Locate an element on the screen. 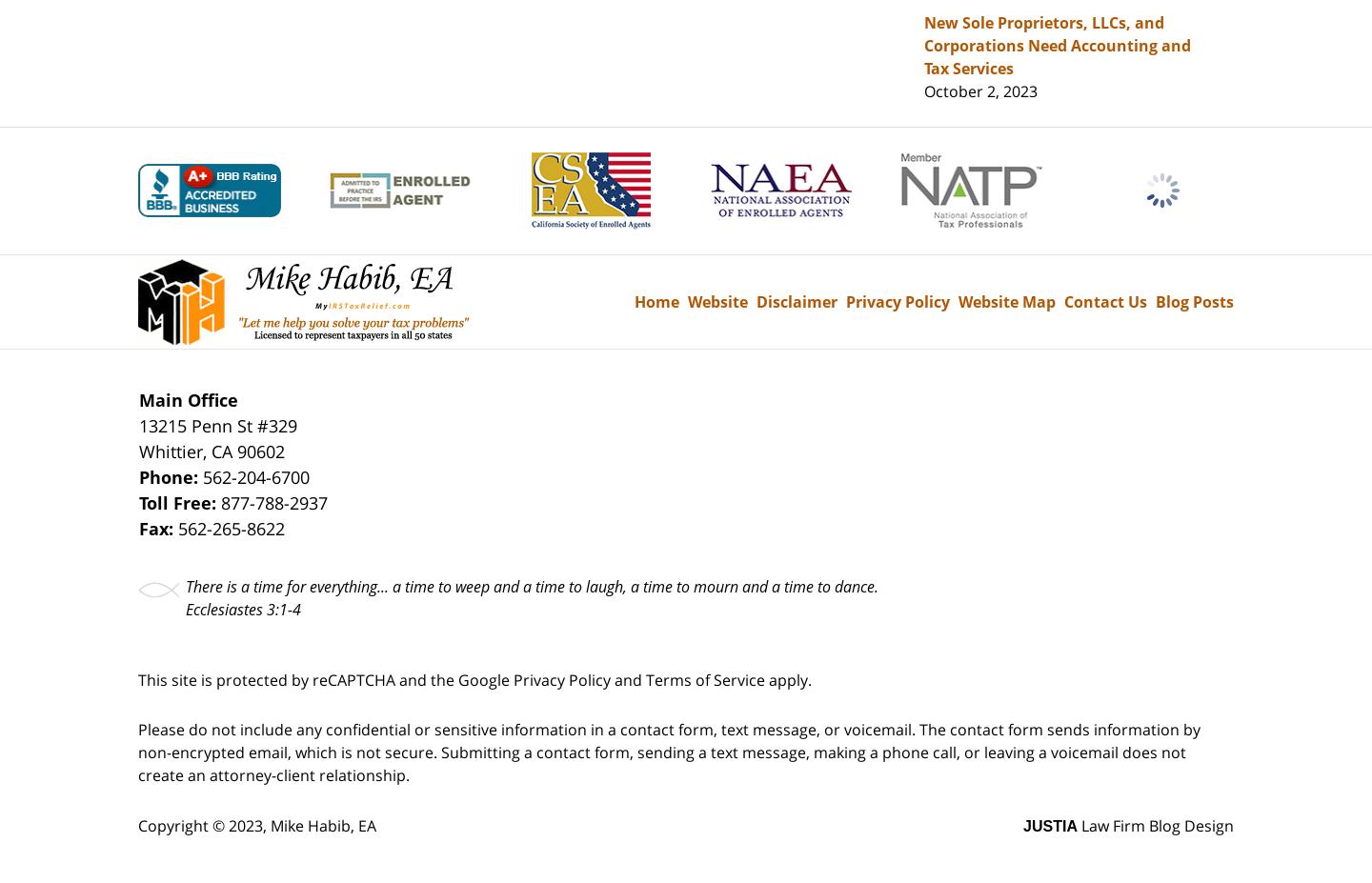 The width and height of the screenshot is (1372, 883). 'Please do not include any confidential or sensitive information in a contact form, text message, or voicemail. The contact form sends information by non-encrypted email, which is not secure. Submitting a contact form, sending a text message, making a phone call, or leaving a voicemail does not create an attorney-client relationship.' is located at coordinates (669, 752).